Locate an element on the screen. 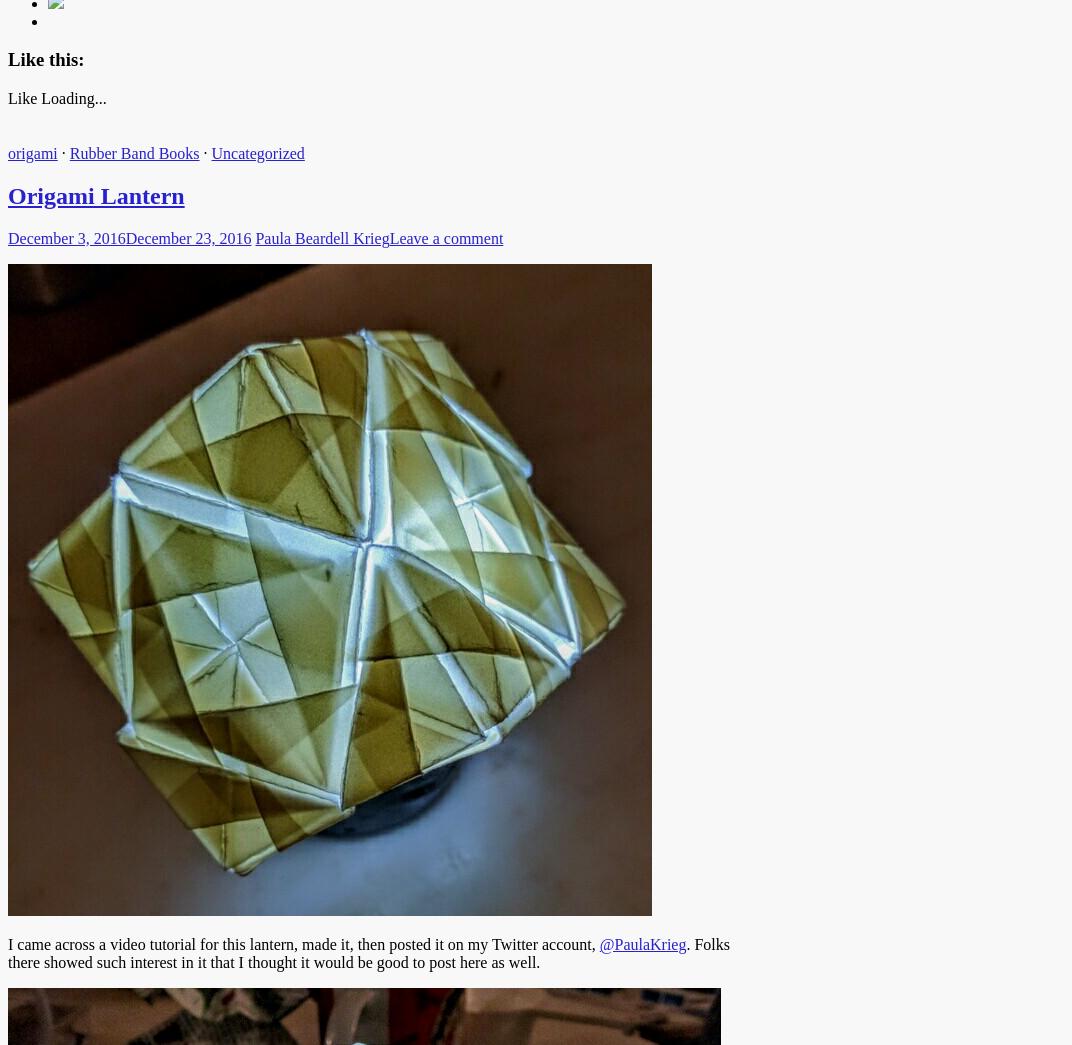 This screenshot has height=1045, width=1072. 'December 23, 2016' is located at coordinates (124, 236).